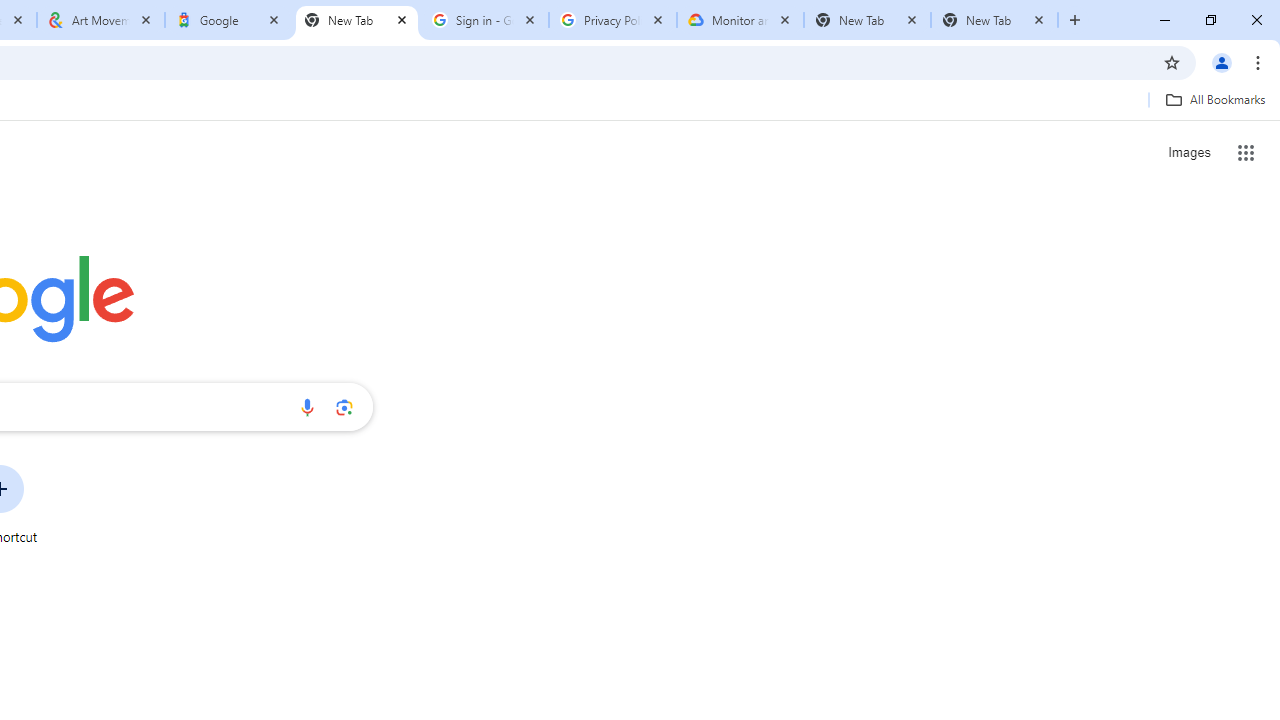 The image size is (1280, 720). What do you see at coordinates (1189, 152) in the screenshot?
I see `'Search for Images '` at bounding box center [1189, 152].